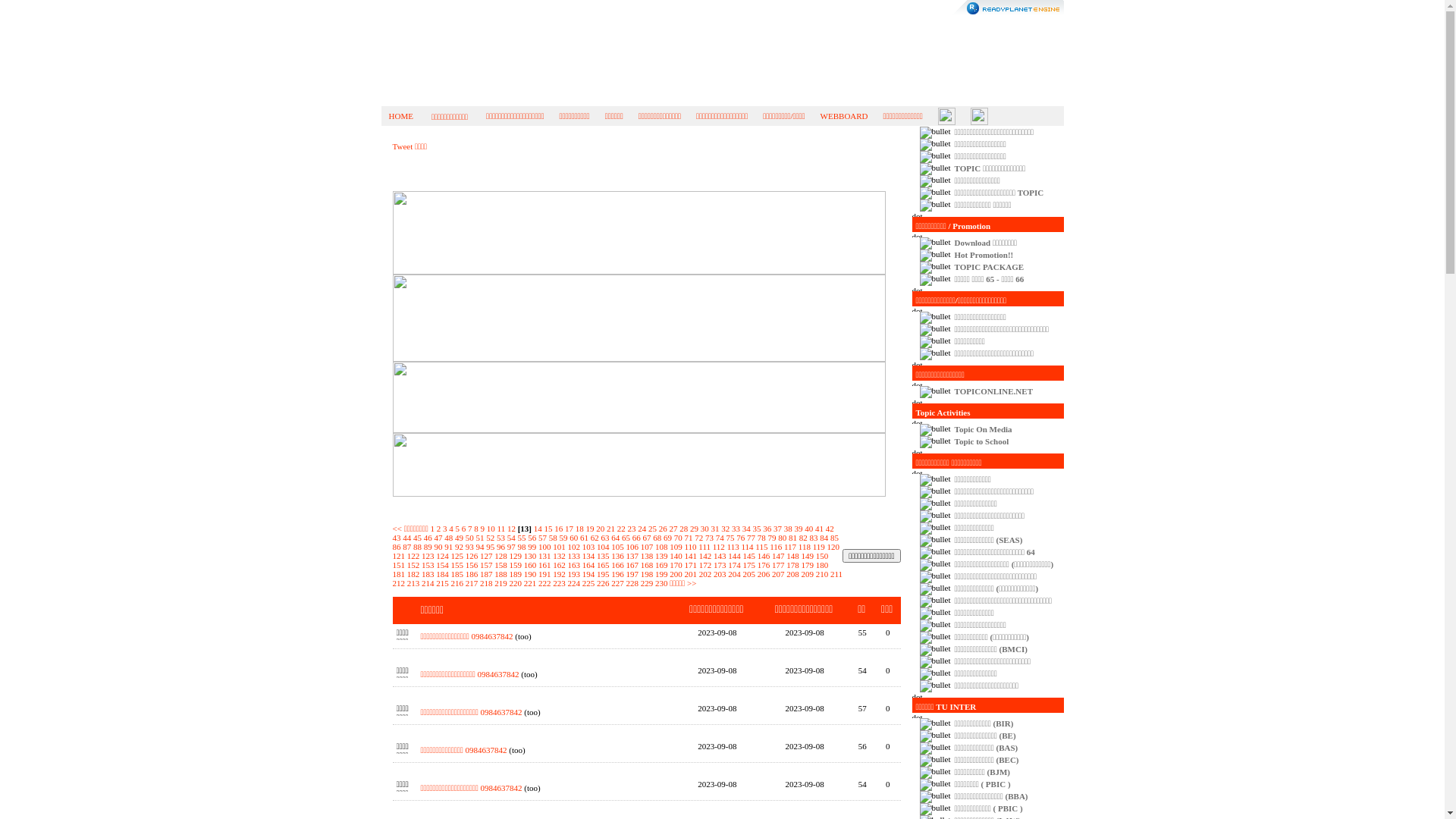  What do you see at coordinates (413, 582) in the screenshot?
I see `'213'` at bounding box center [413, 582].